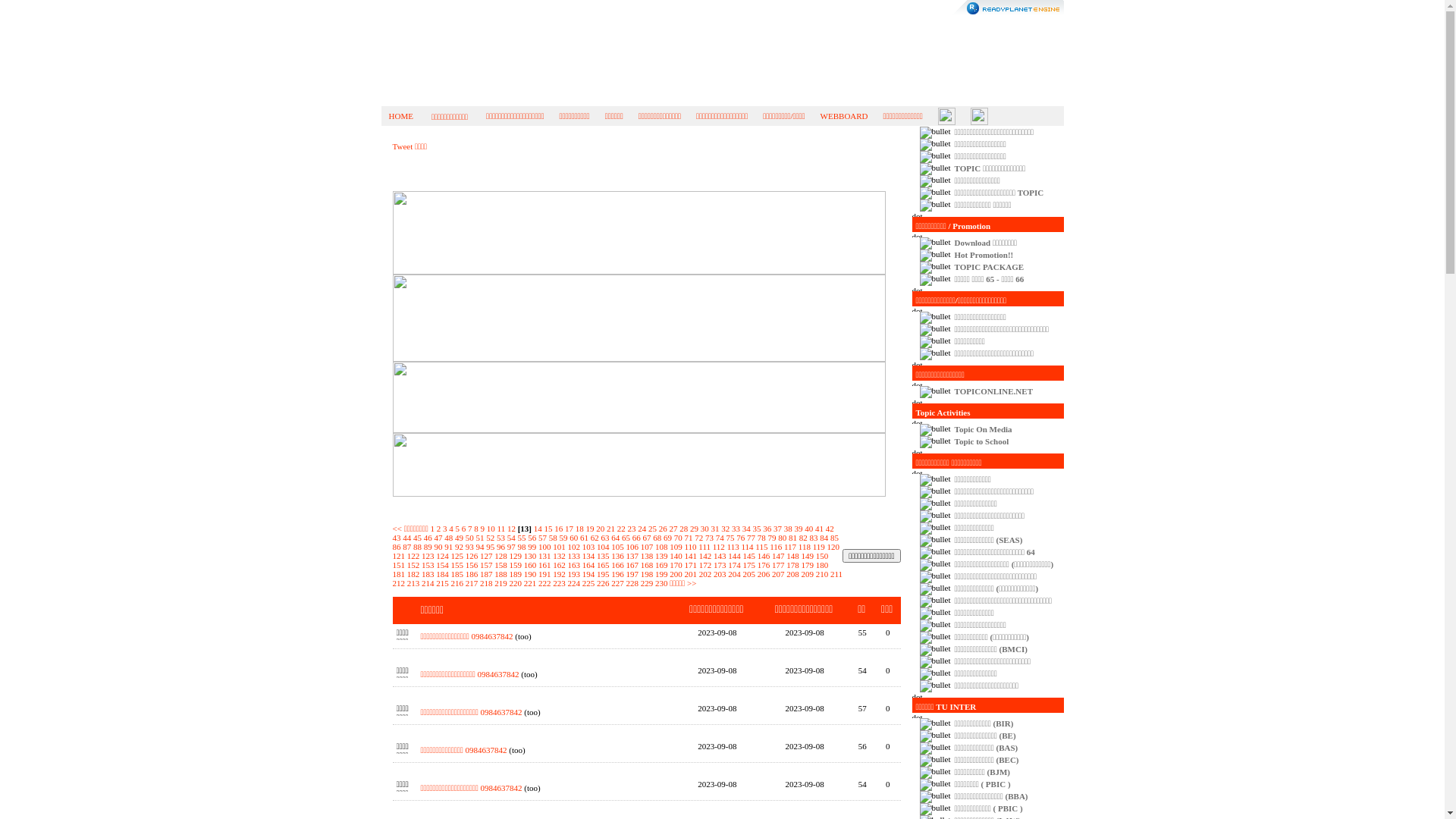  What do you see at coordinates (413, 582) in the screenshot?
I see `'213'` at bounding box center [413, 582].